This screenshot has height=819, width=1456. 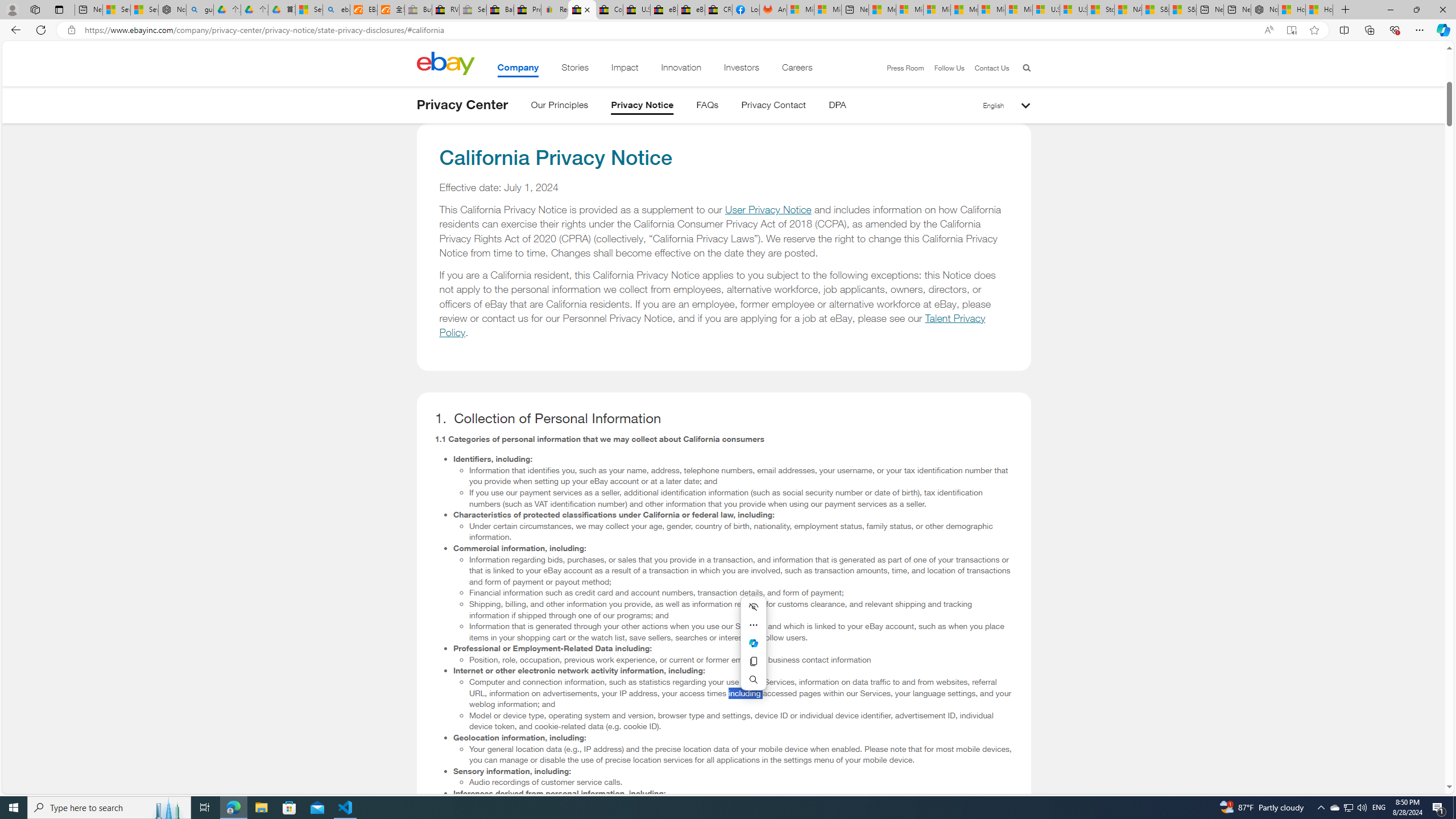 I want to click on 'Privacy Notice', so click(x=642, y=106).